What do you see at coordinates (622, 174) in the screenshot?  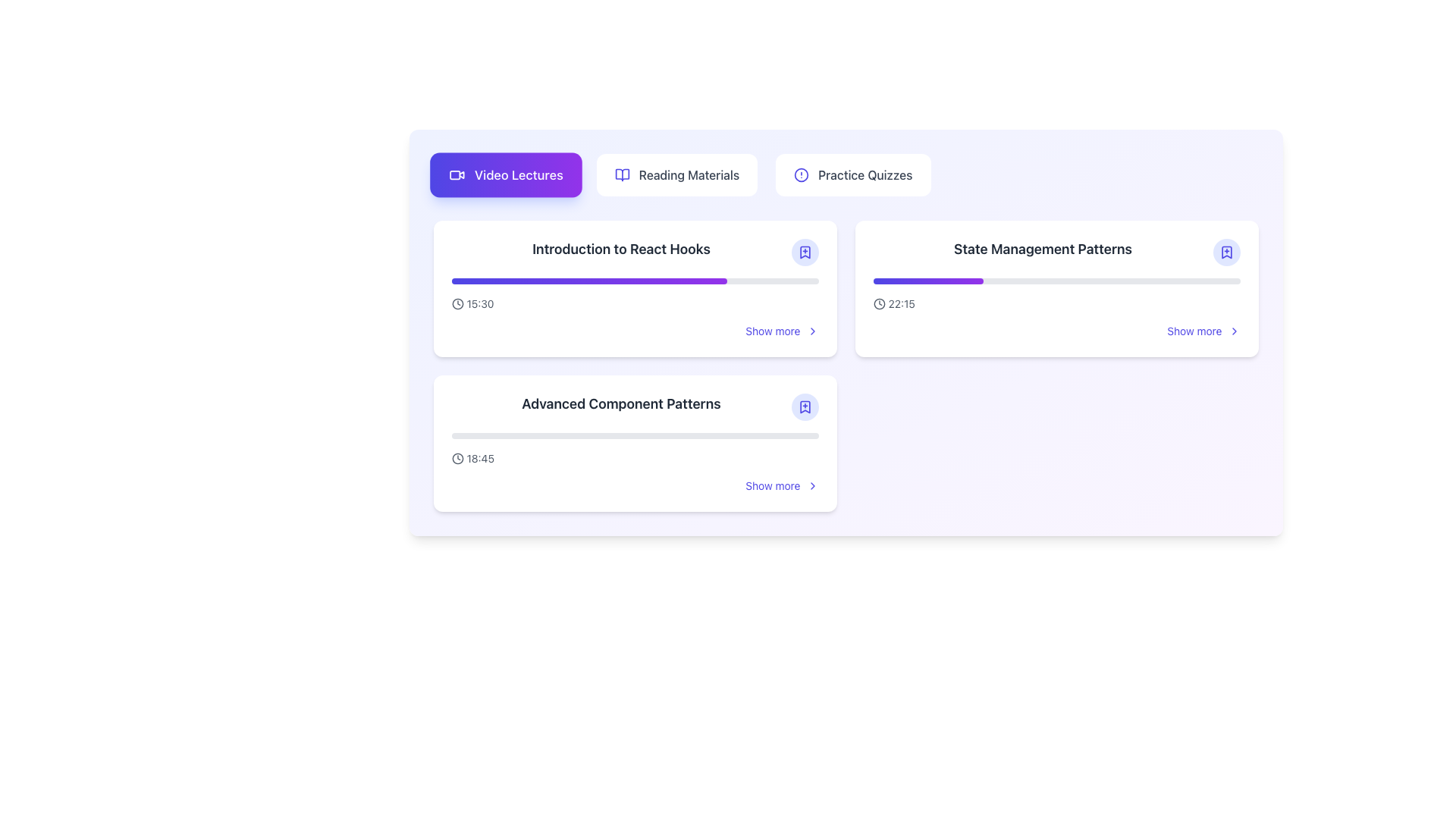 I see `the icon that resembles an open book, located in the center of the interface toolbar` at bounding box center [622, 174].